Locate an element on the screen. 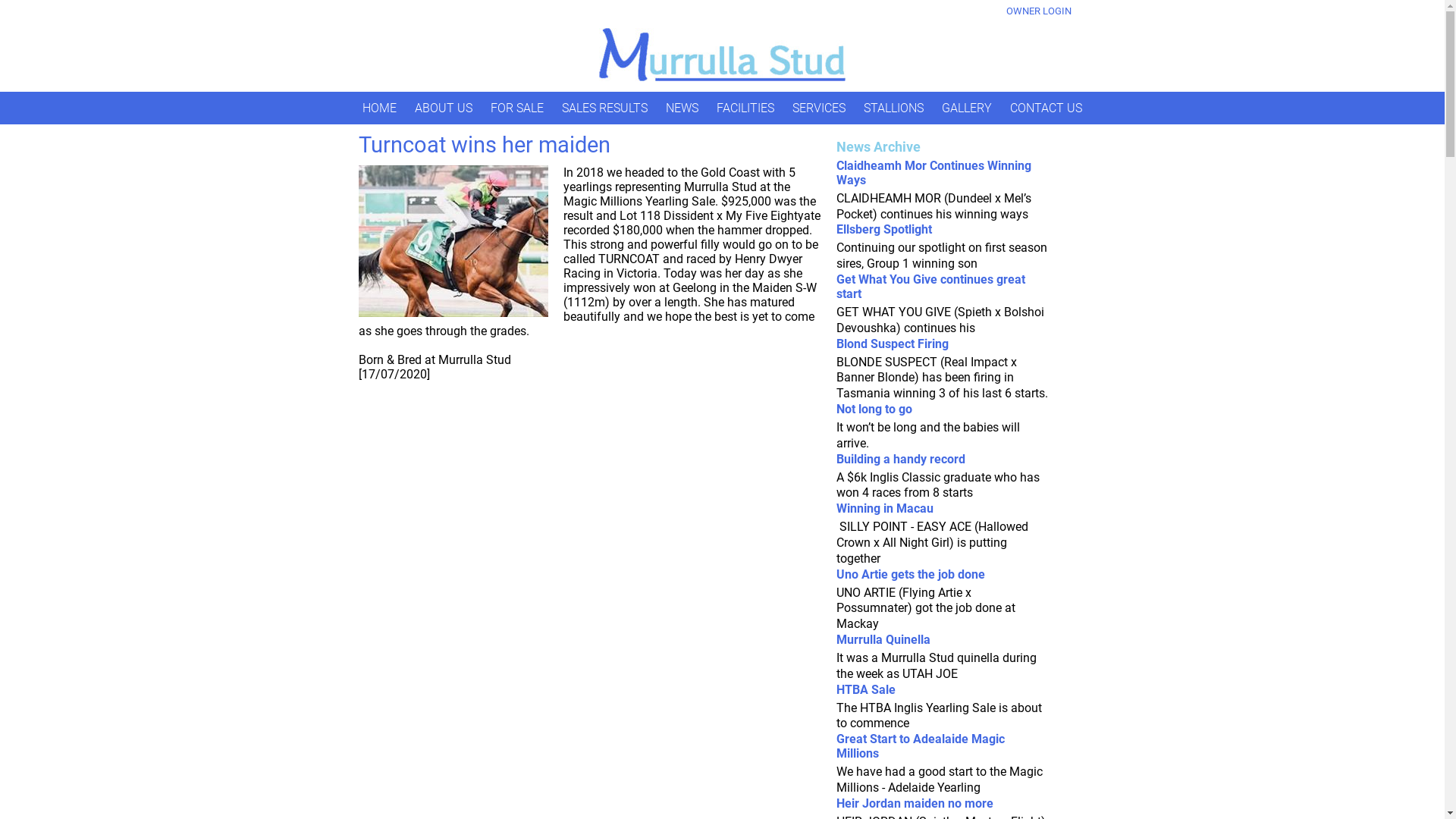 The height and width of the screenshot is (819, 1456). 'Building a handy record' is located at coordinates (899, 458).